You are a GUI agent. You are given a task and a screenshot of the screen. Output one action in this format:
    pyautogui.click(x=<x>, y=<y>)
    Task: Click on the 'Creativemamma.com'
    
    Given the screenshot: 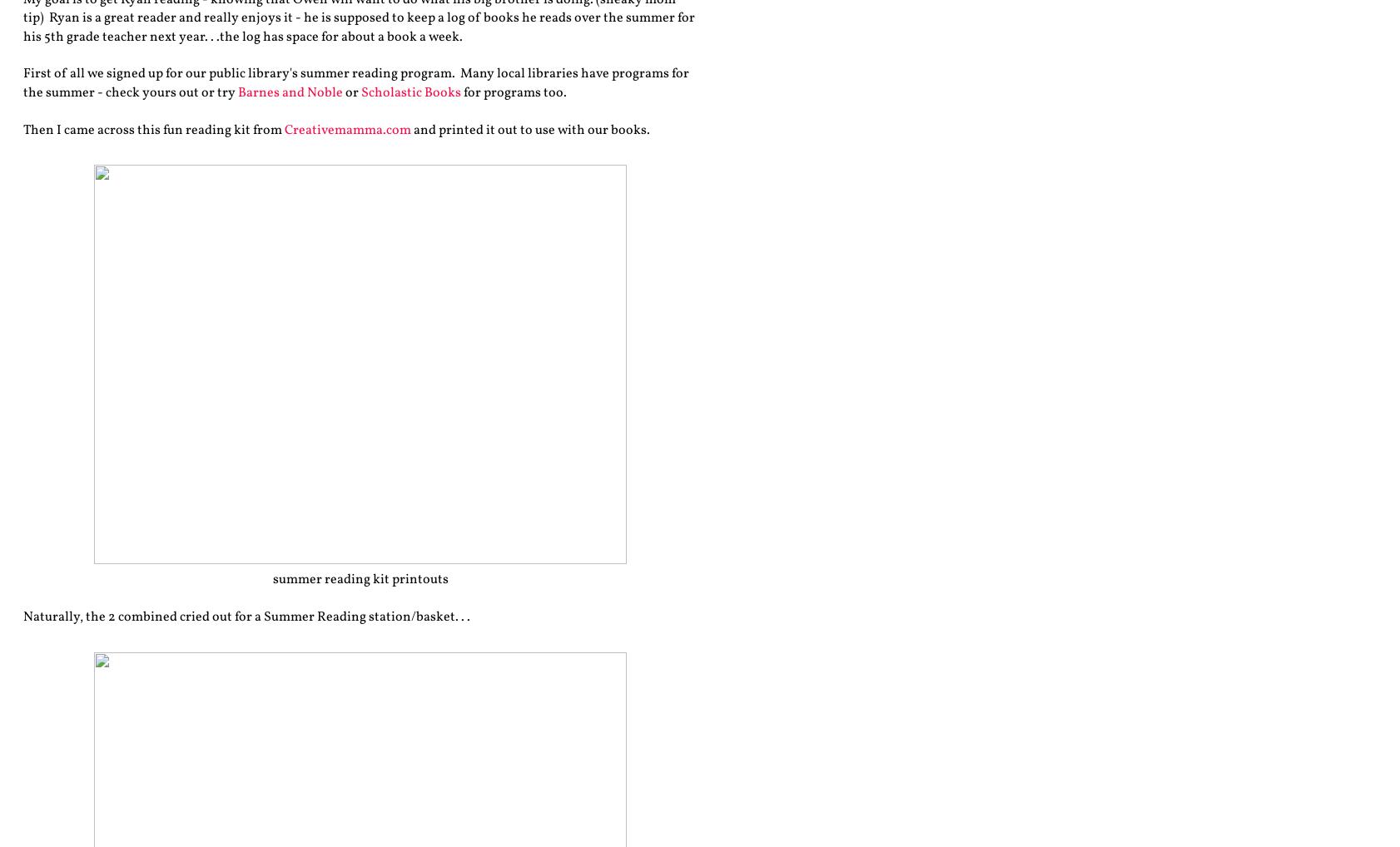 What is the action you would take?
    pyautogui.click(x=283, y=129)
    